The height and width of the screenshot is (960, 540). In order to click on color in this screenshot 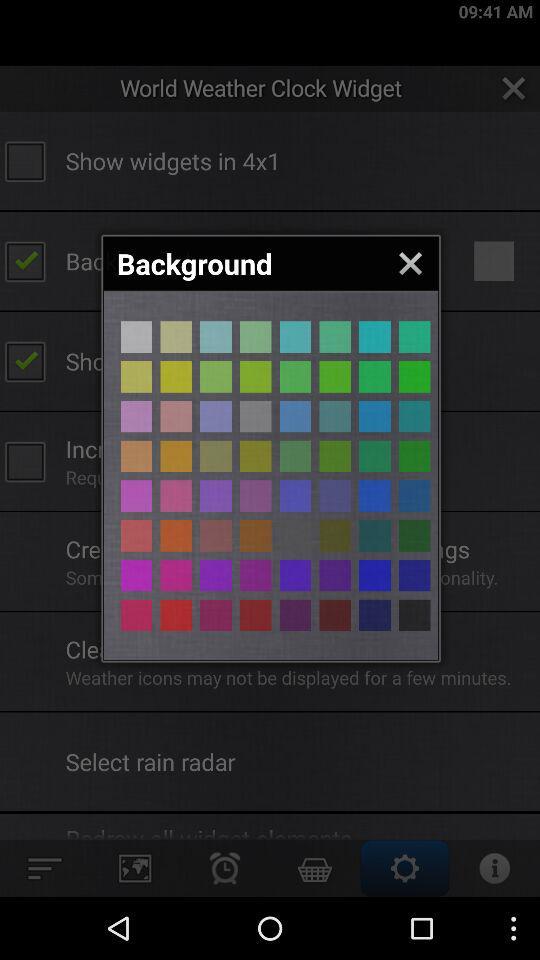, I will do `click(294, 534)`.